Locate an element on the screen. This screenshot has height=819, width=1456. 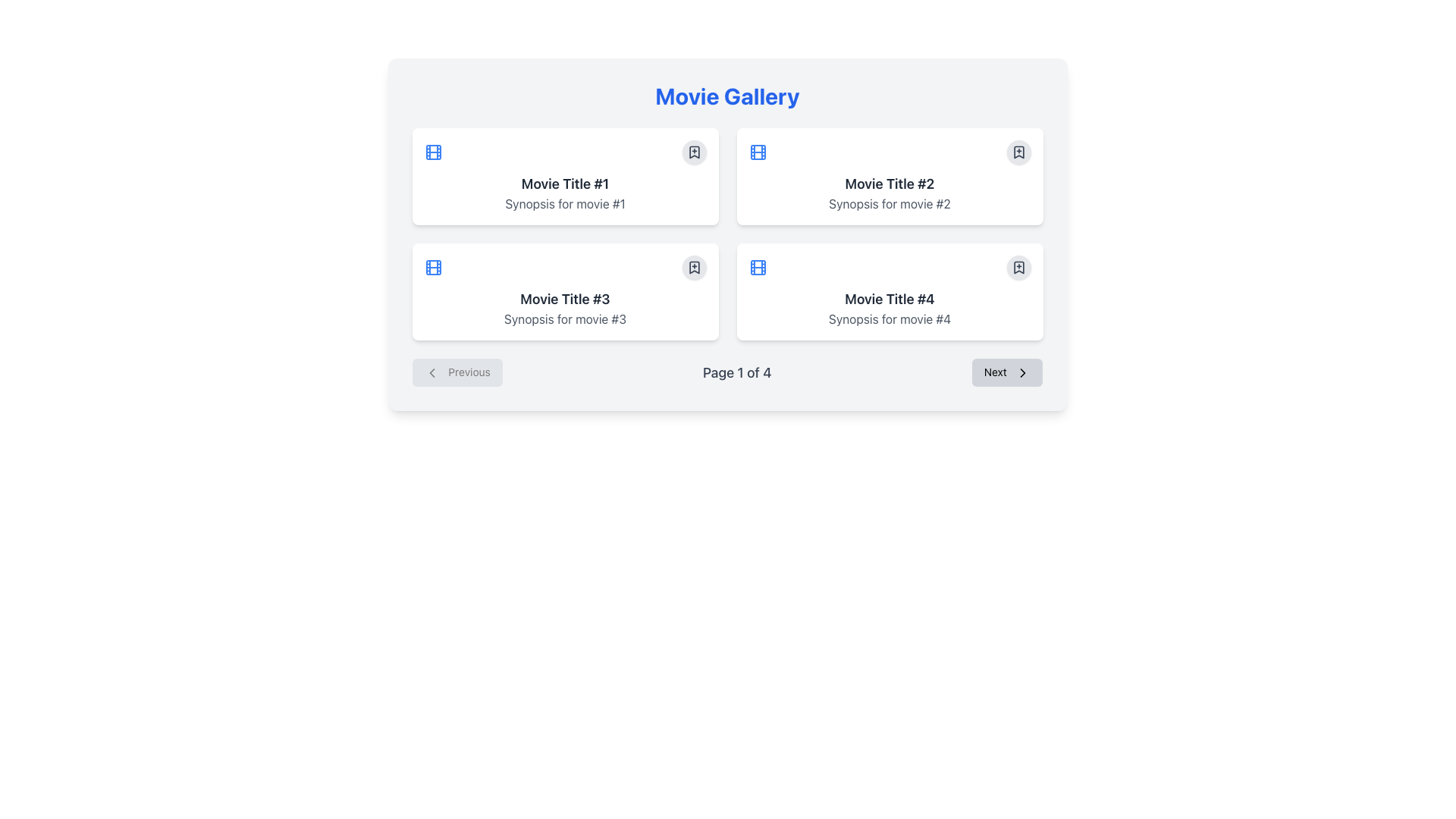
the bookmark button located in the top-right corner of the card labeled 'Movie Title #2' to bookmark the item is located at coordinates (1018, 152).